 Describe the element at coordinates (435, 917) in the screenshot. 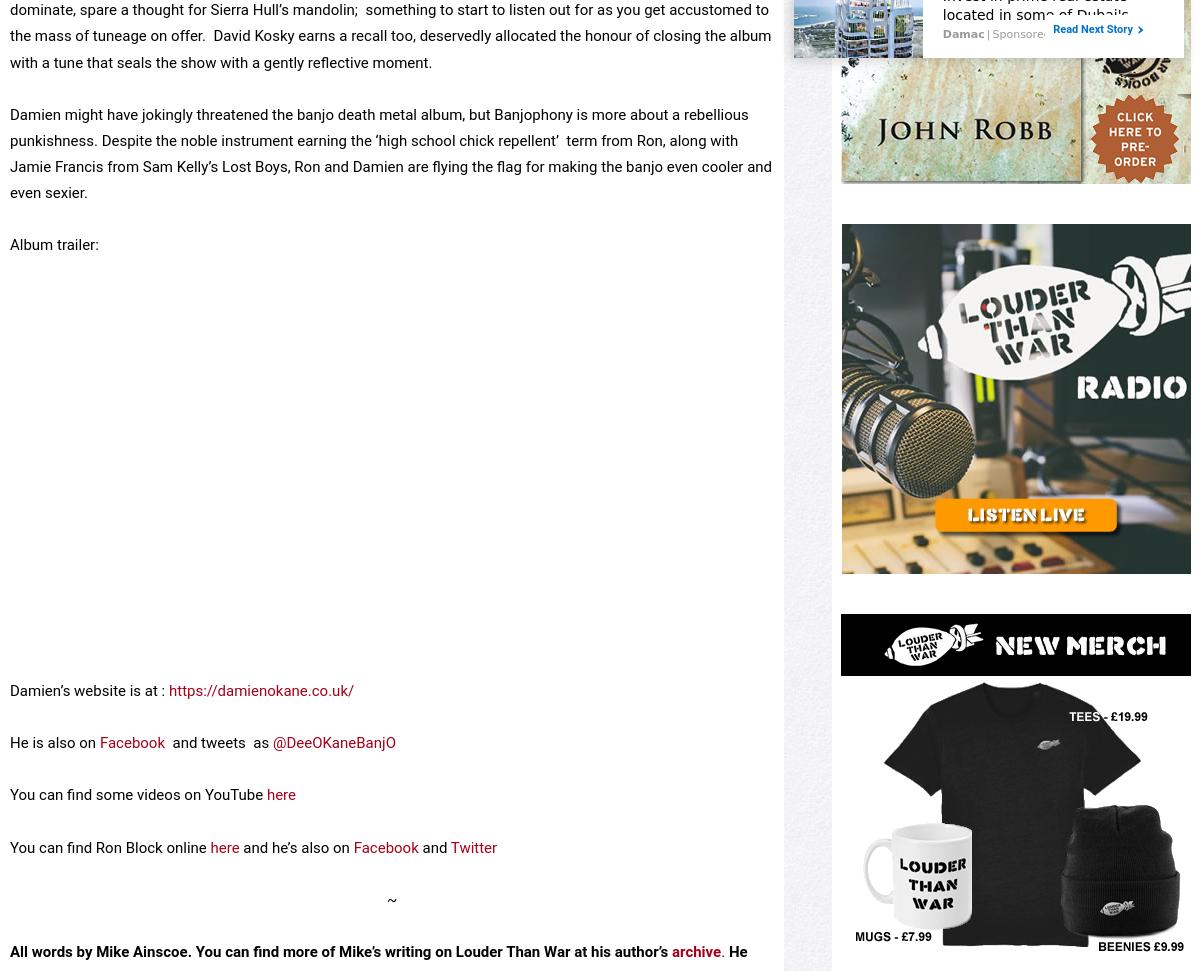

I see `'and'` at that location.